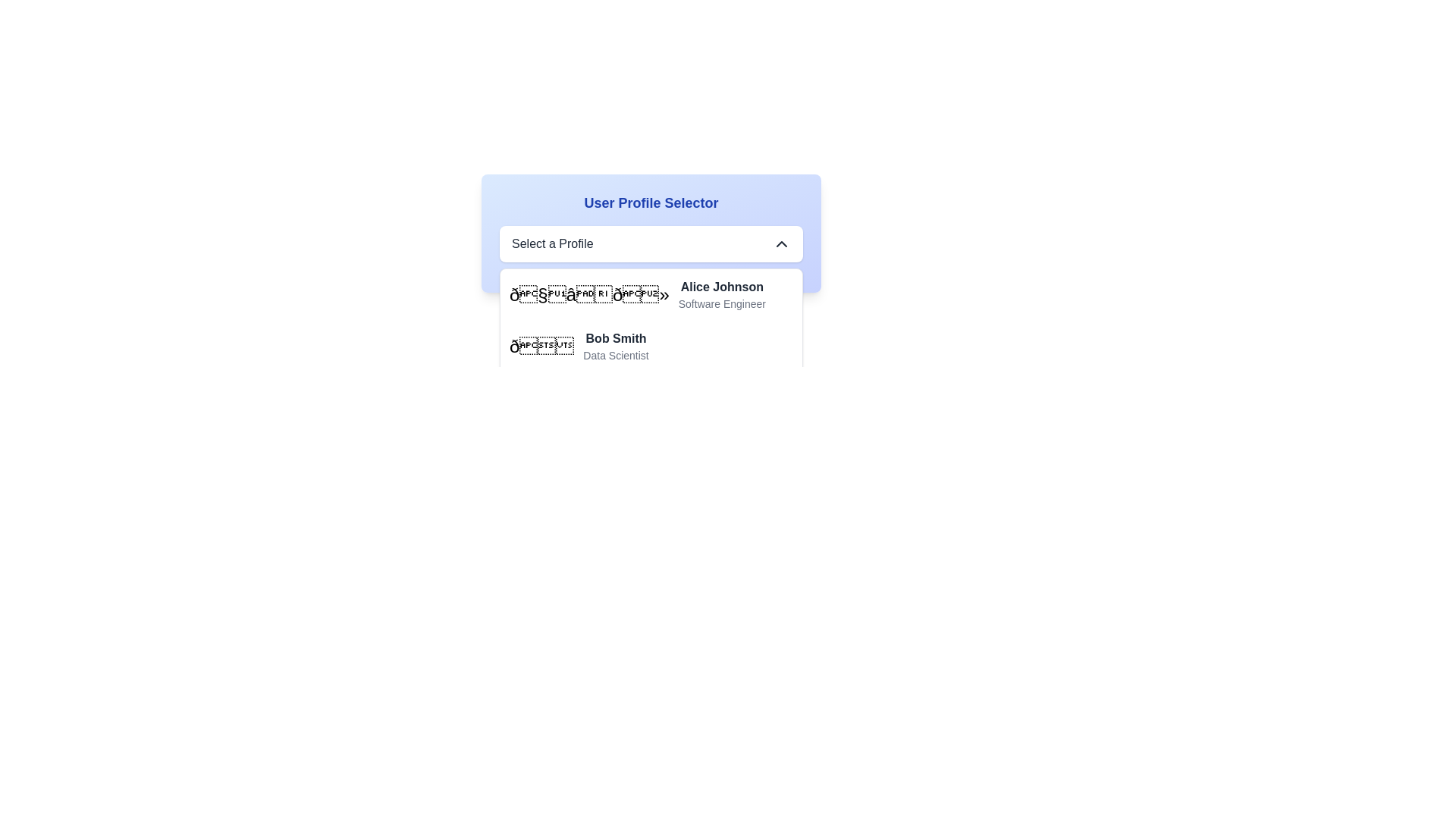 Image resolution: width=1456 pixels, height=819 pixels. What do you see at coordinates (782, 243) in the screenshot?
I see `the icon button located to the far right of the 'Select a Profile' bar` at bounding box center [782, 243].